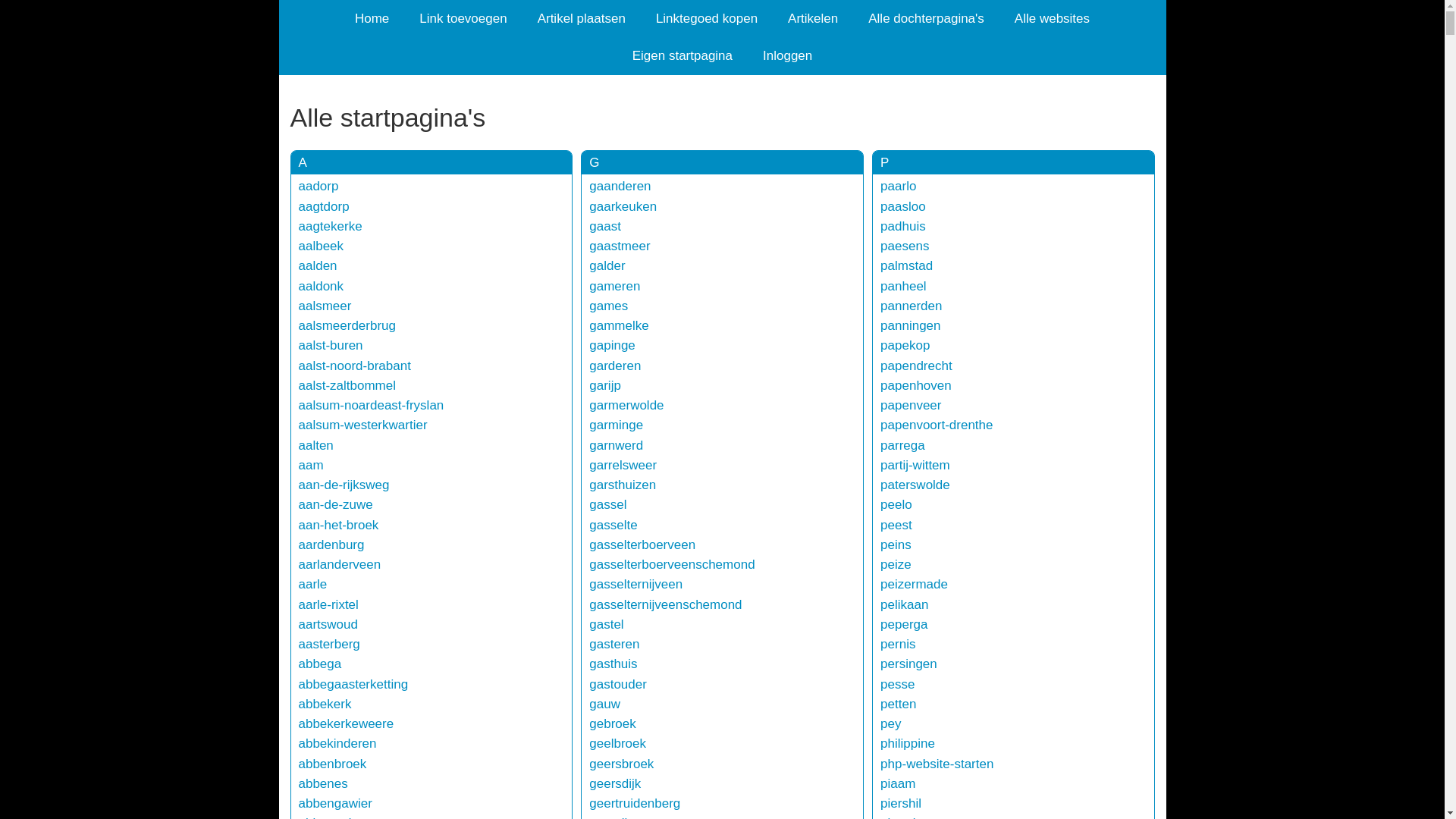 Image resolution: width=1456 pixels, height=819 pixels. Describe the element at coordinates (607, 504) in the screenshot. I see `'gassel'` at that location.